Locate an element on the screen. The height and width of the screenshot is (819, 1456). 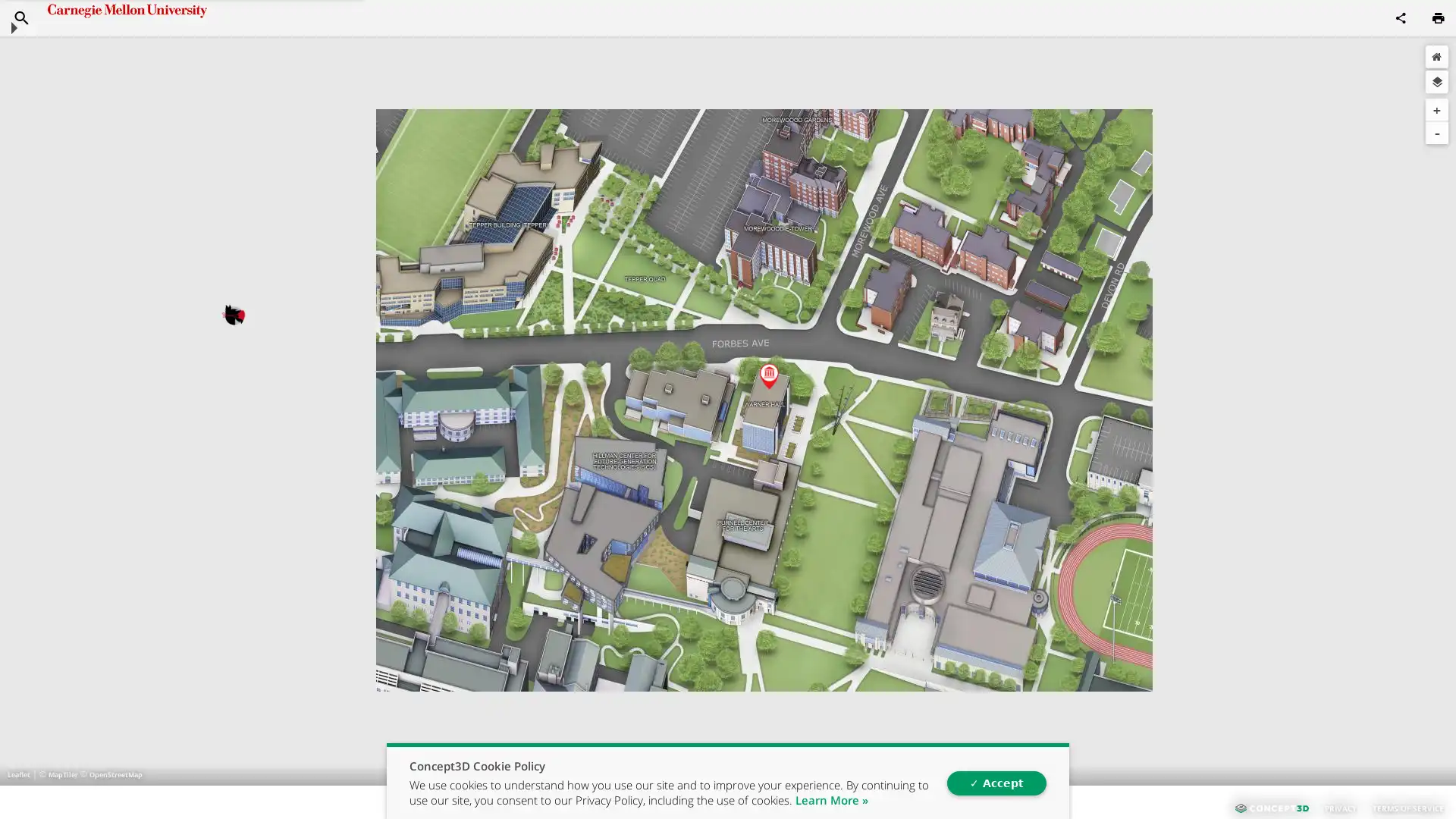
Zoom in is located at coordinates (1436, 109).